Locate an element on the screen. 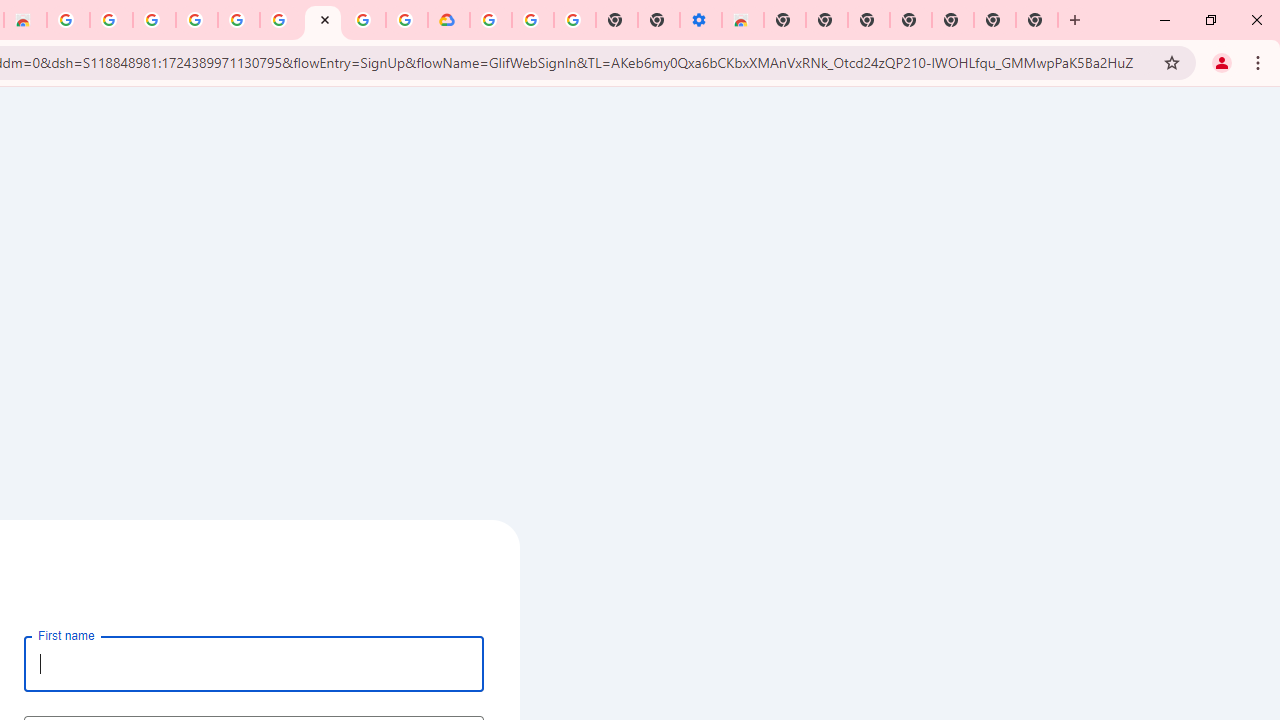  'Settings - Accessibility' is located at coordinates (700, 20).